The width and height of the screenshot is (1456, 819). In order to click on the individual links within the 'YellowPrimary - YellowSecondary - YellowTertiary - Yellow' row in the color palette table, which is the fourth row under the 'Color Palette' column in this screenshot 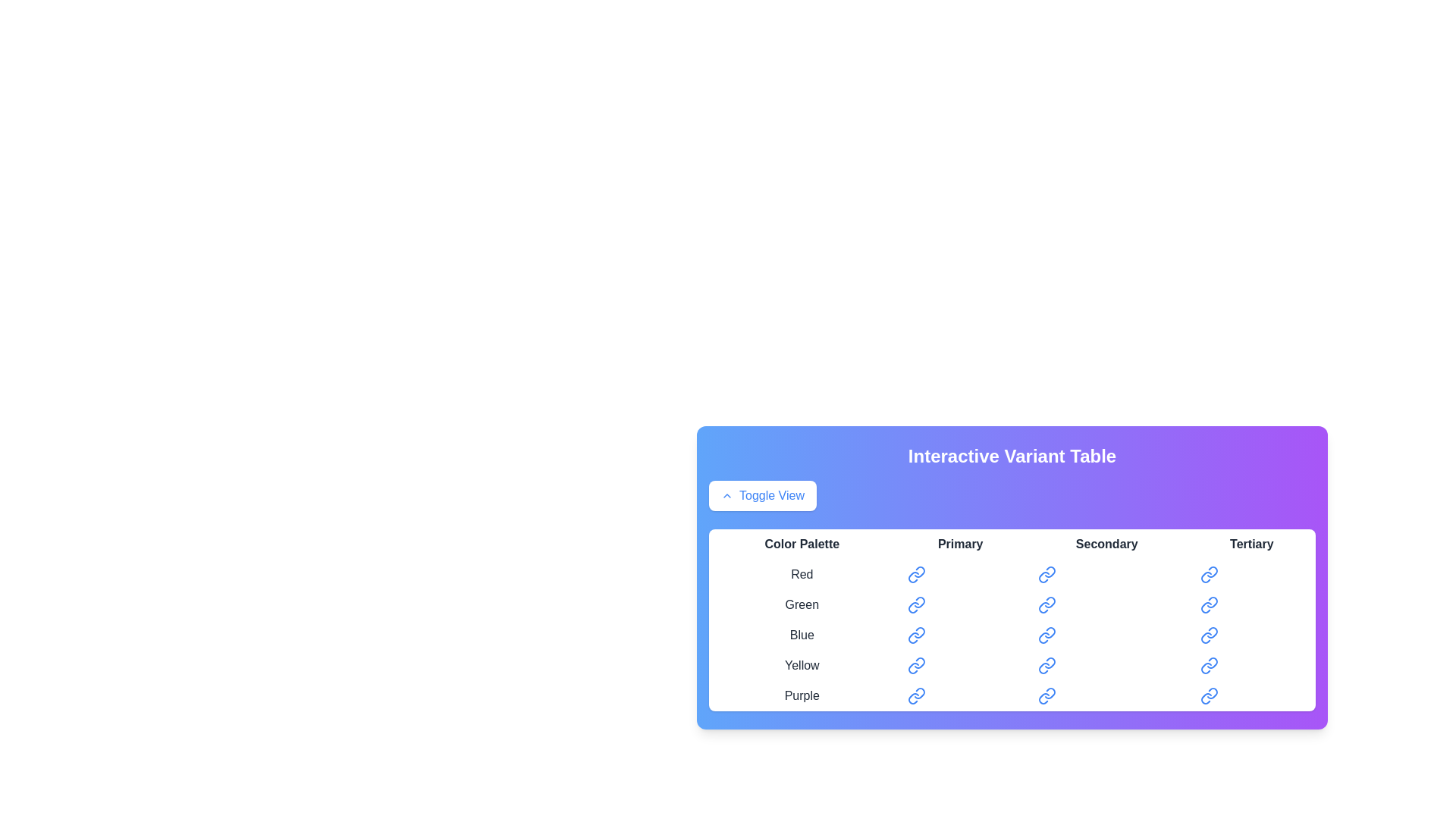, I will do `click(1012, 665)`.